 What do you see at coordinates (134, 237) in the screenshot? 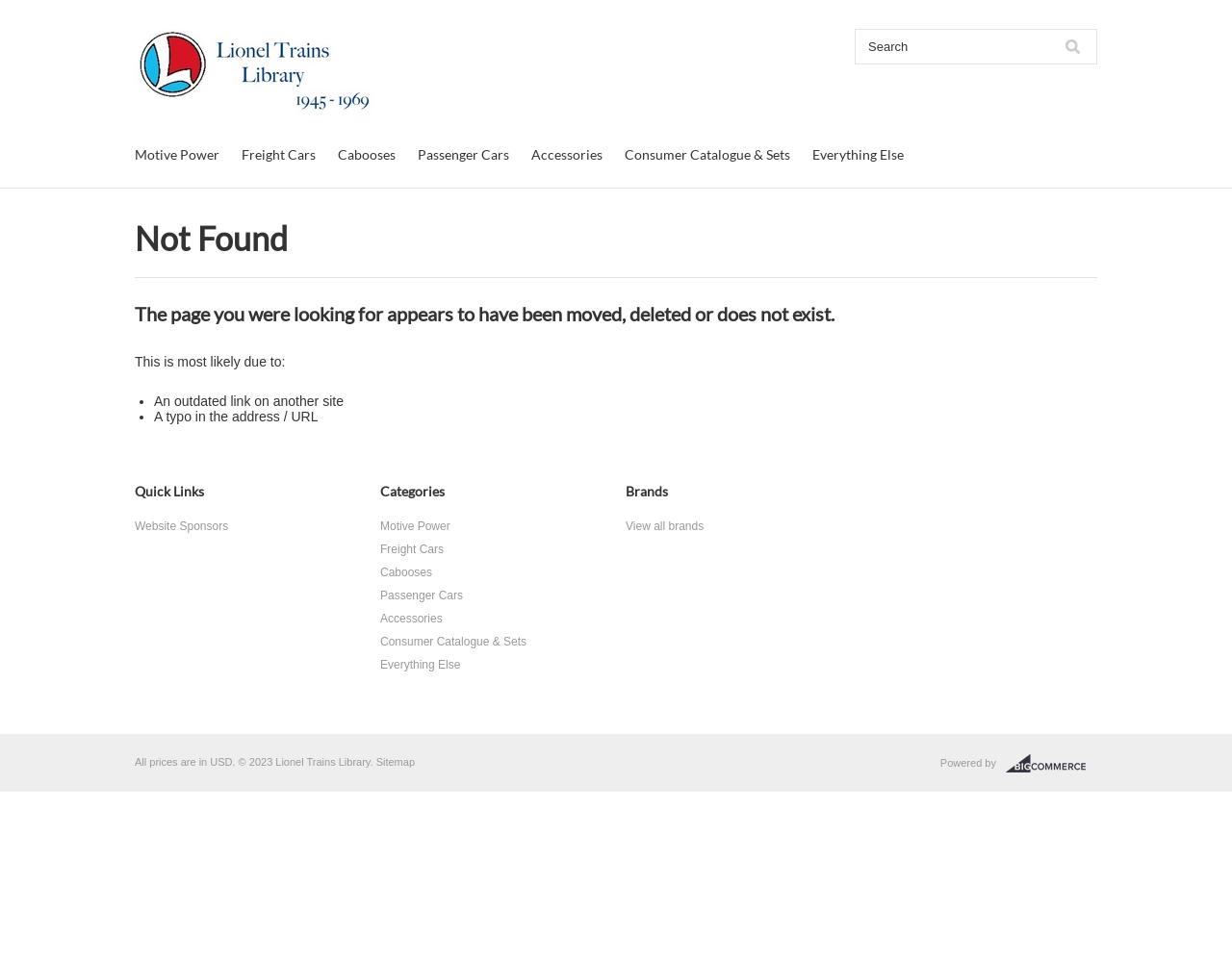
I see `'Not Found'` at bounding box center [134, 237].